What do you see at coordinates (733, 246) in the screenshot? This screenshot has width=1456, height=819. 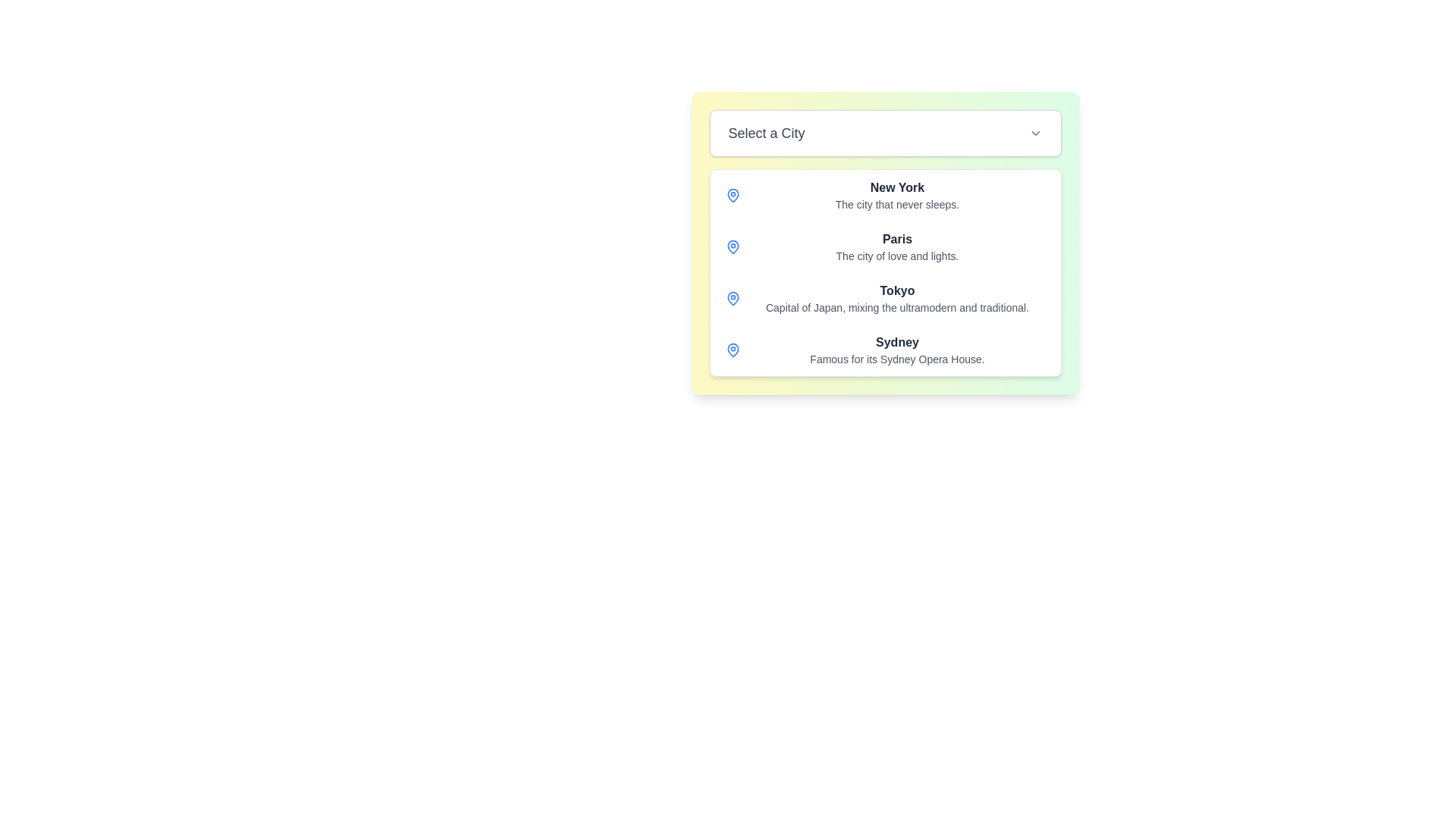 I see `the map pin icon, which is styled with a blue stroke and is outlined with no background fill, located at the second position in the vertical list preceding the text 'Paris'` at bounding box center [733, 246].